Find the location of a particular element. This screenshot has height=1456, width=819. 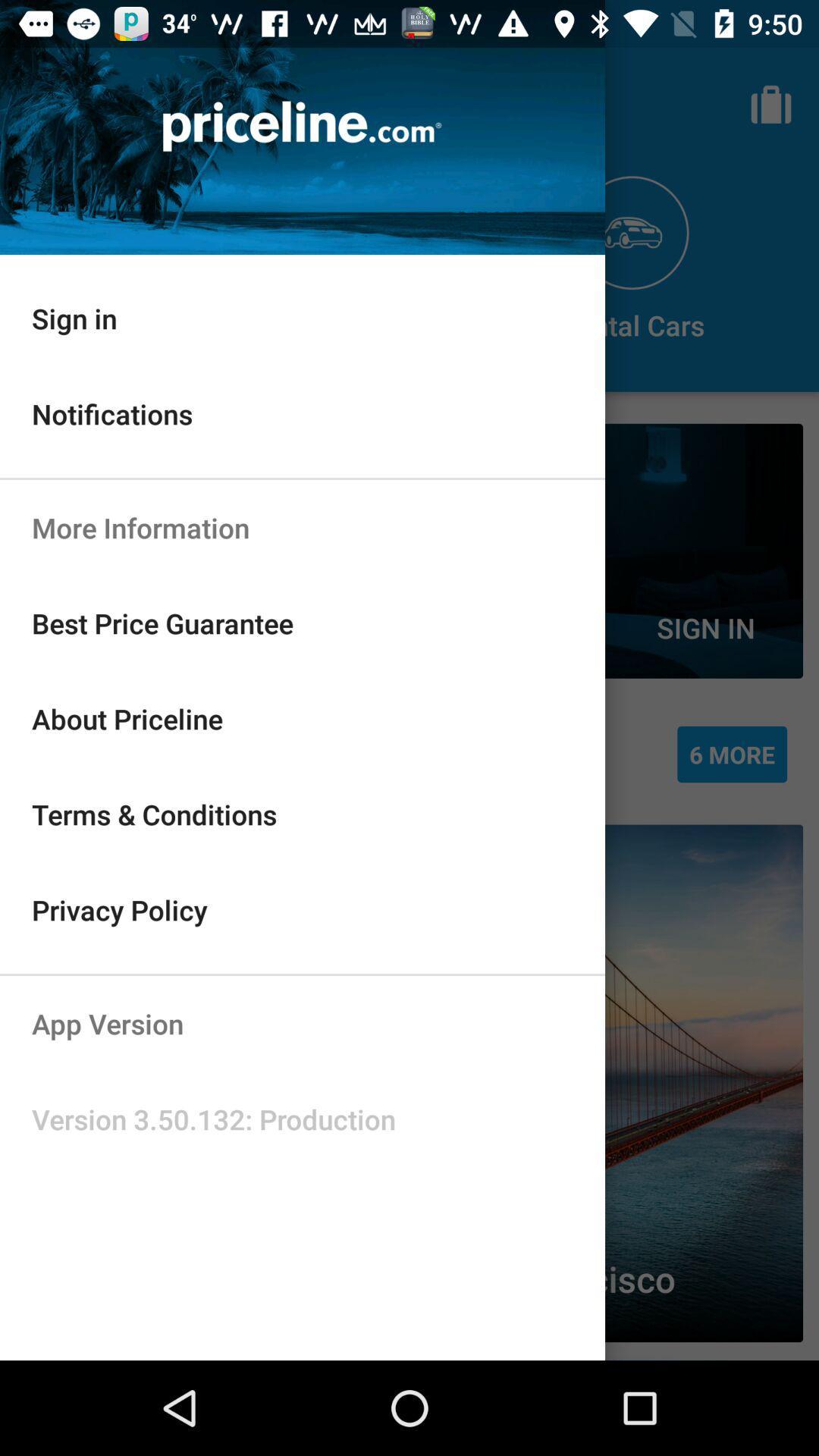

the option with car image is located at coordinates (632, 259).